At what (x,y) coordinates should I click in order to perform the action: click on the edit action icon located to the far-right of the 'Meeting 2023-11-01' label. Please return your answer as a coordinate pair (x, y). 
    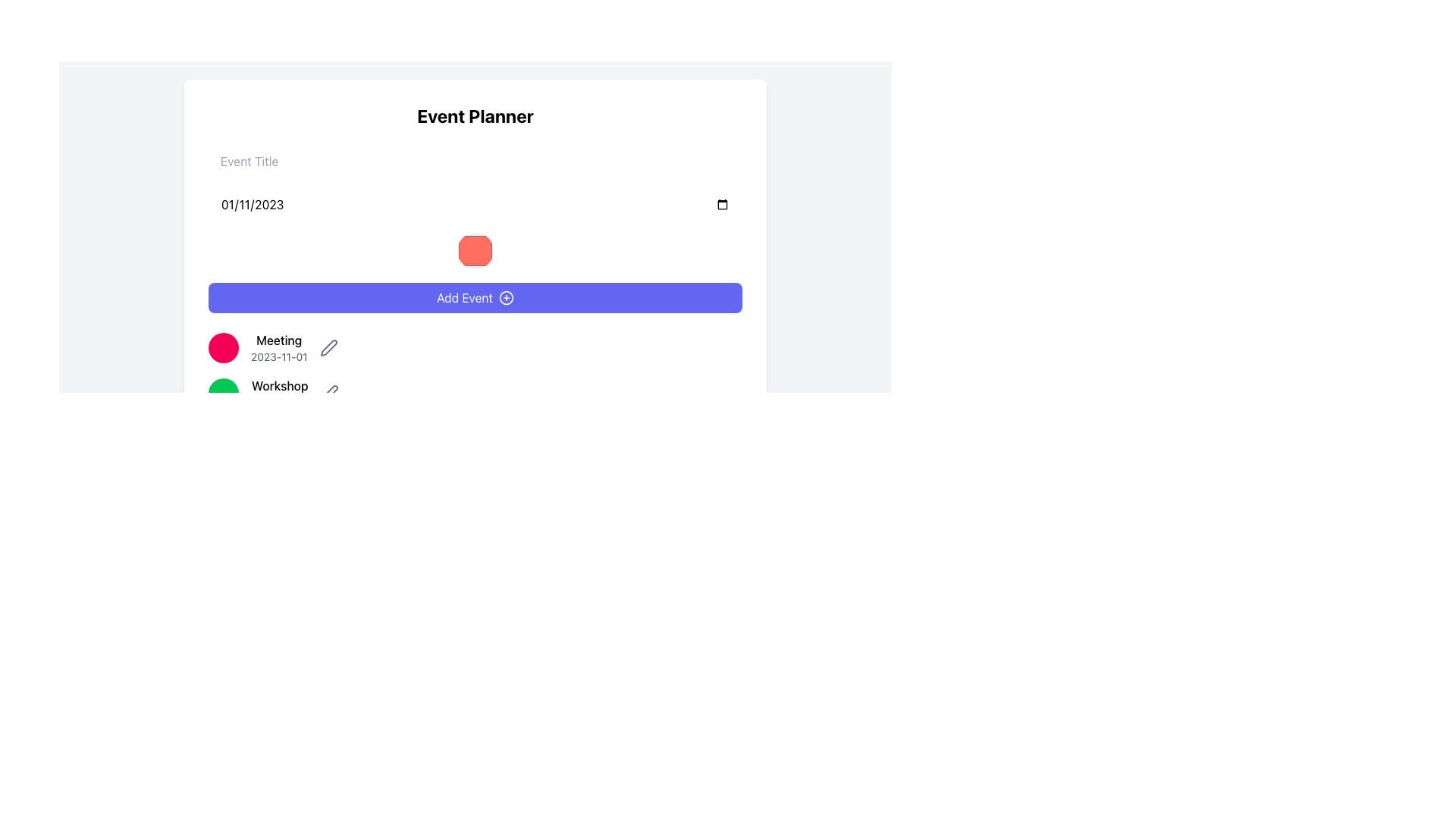
    Looking at the image, I should click on (328, 348).